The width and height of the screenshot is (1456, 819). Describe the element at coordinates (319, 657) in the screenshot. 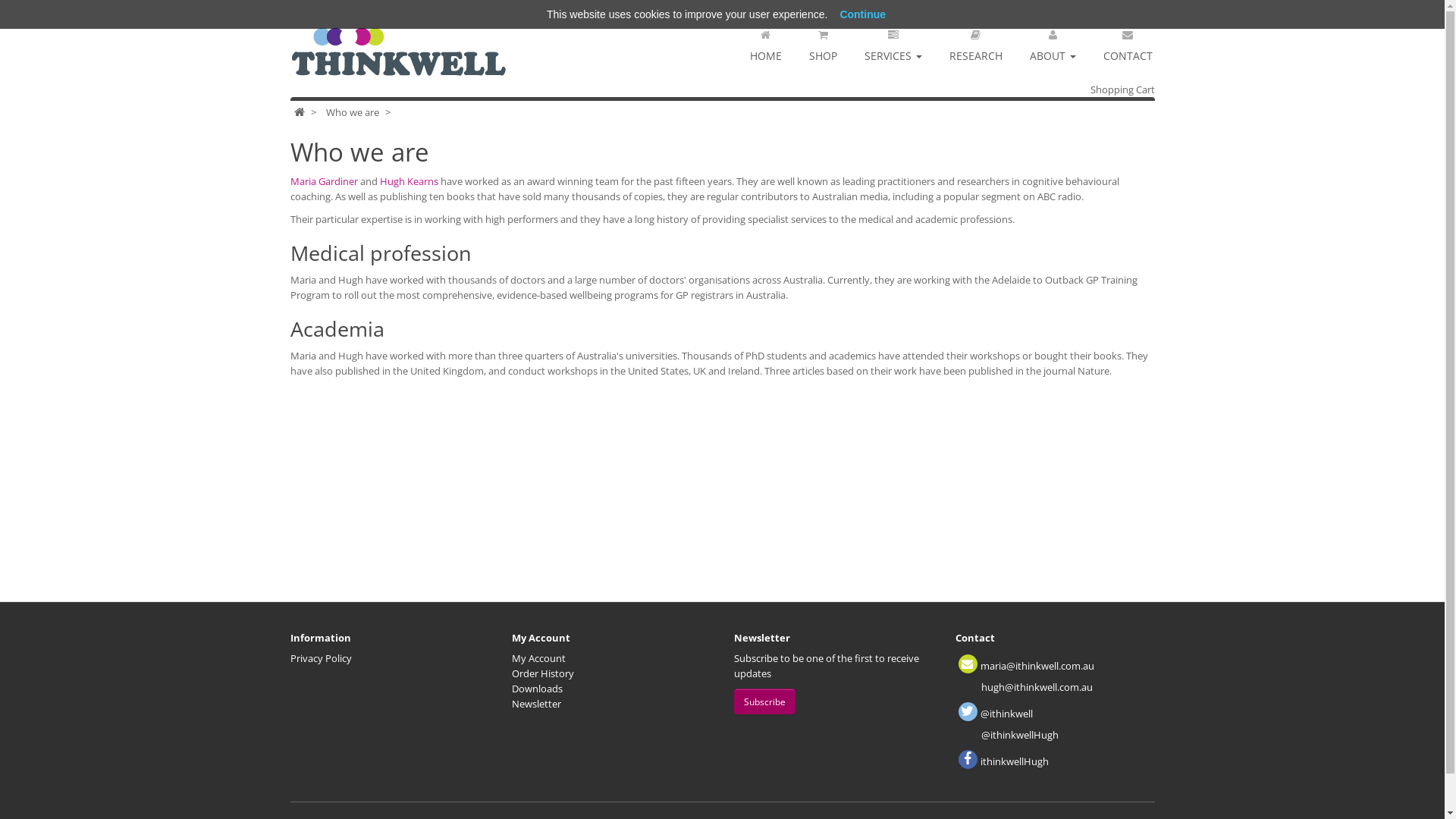

I see `'Privacy Policy'` at that location.